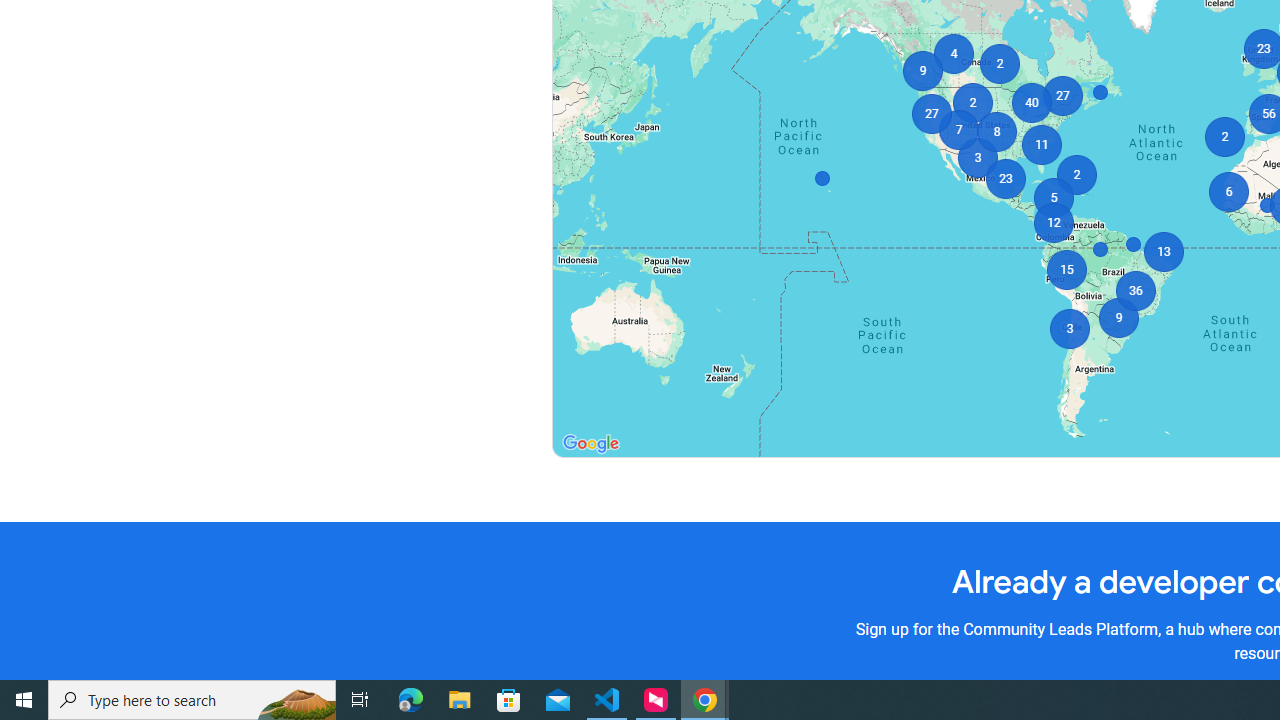 This screenshot has height=720, width=1280. I want to click on '5', so click(1052, 198).